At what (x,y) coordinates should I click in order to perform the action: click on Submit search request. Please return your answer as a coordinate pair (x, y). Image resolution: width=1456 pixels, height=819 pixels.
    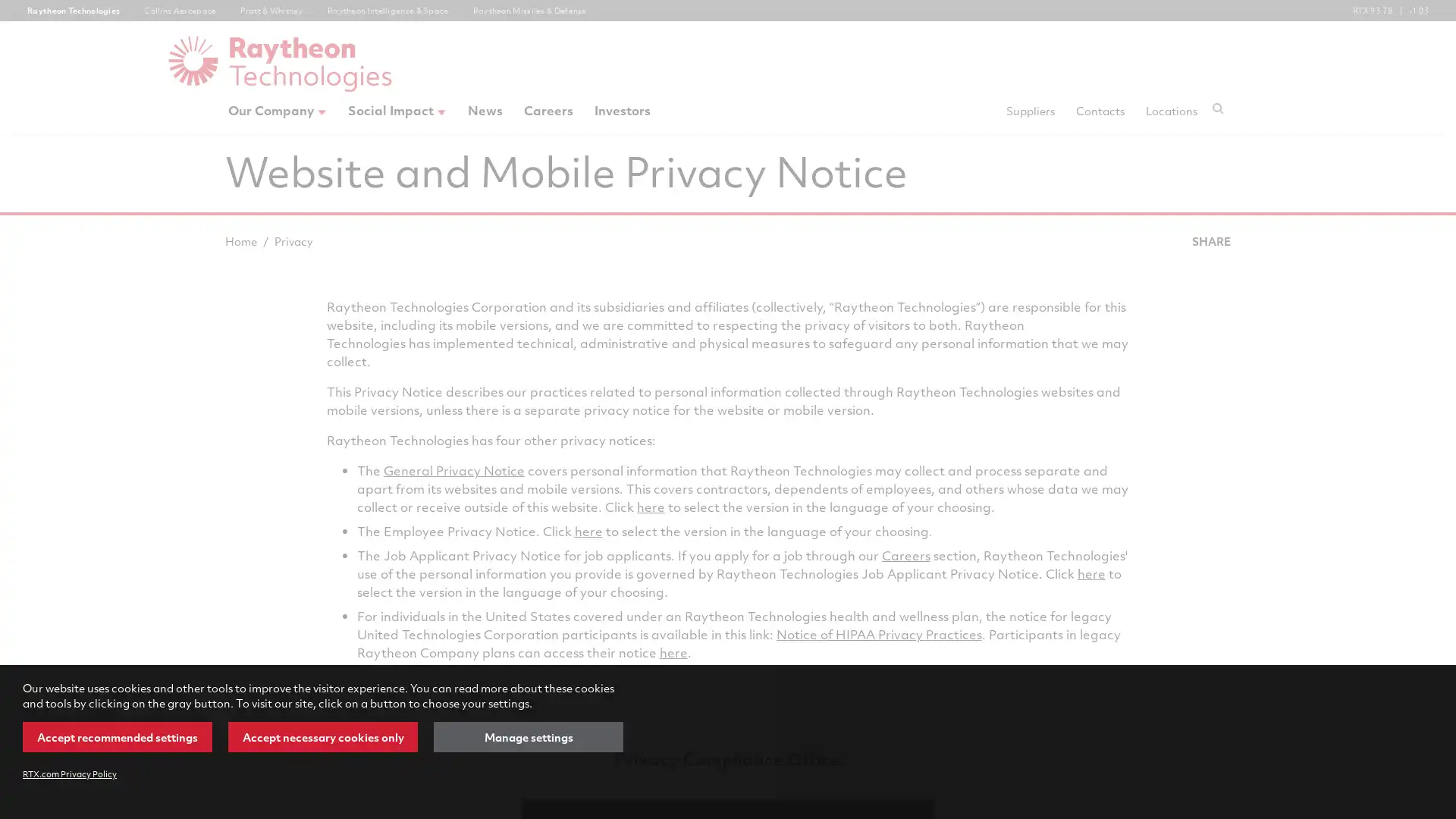
    Looking at the image, I should click on (1218, 107).